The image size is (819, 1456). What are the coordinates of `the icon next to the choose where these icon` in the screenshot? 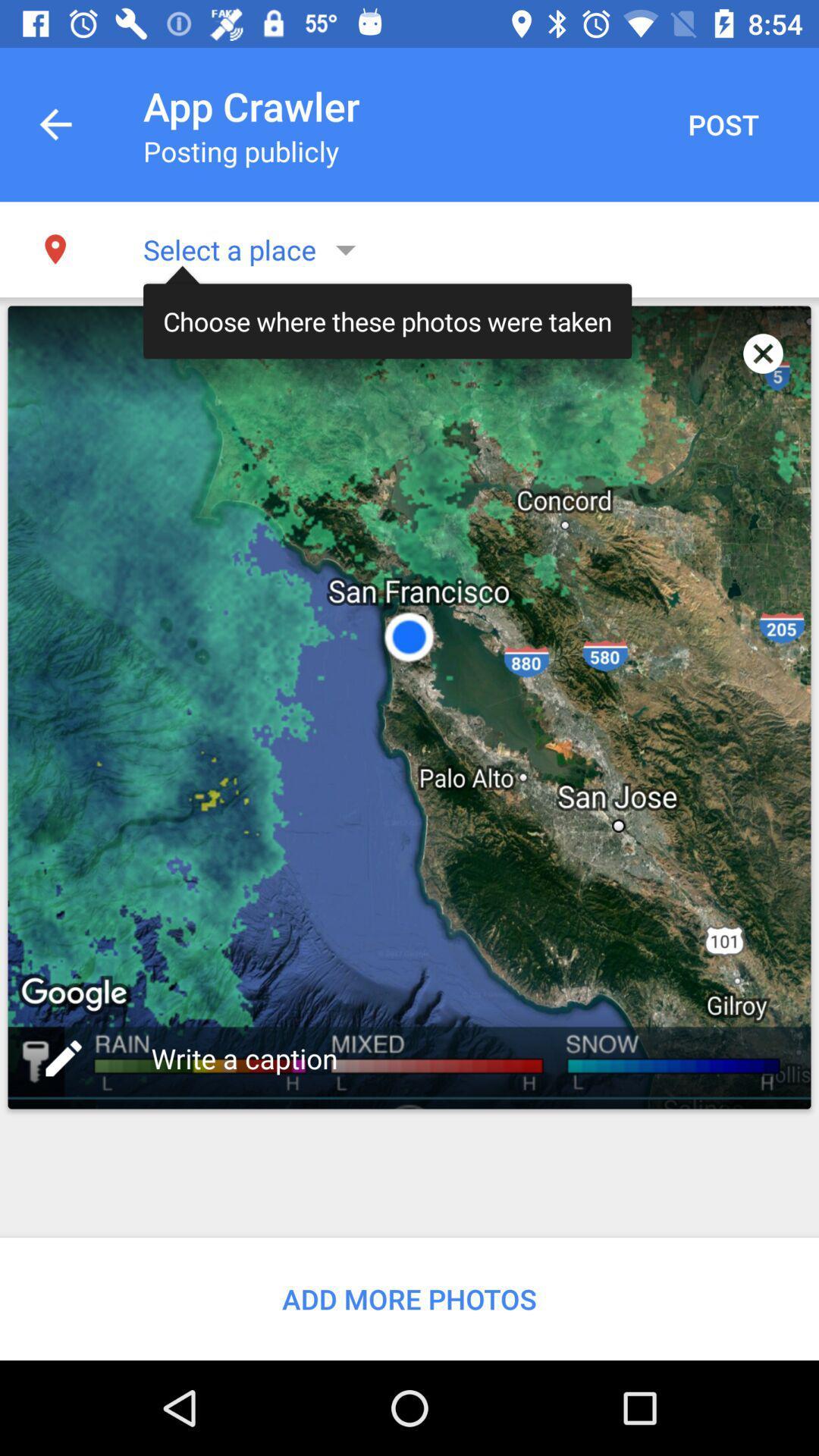 It's located at (763, 353).